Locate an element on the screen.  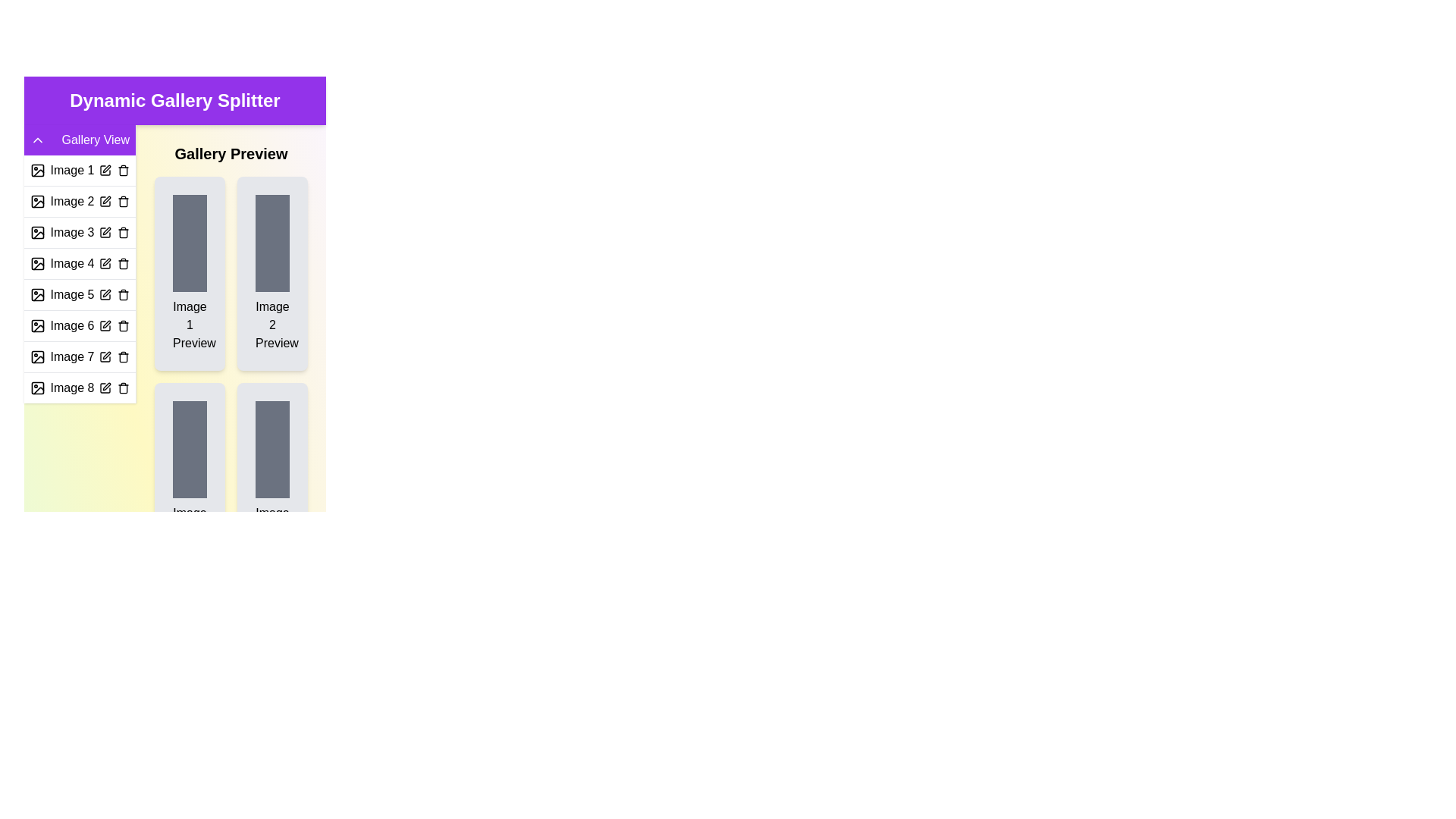
the trash can icon button located in the vertical list of image management icons under 'Gallery View' is located at coordinates (124, 262).